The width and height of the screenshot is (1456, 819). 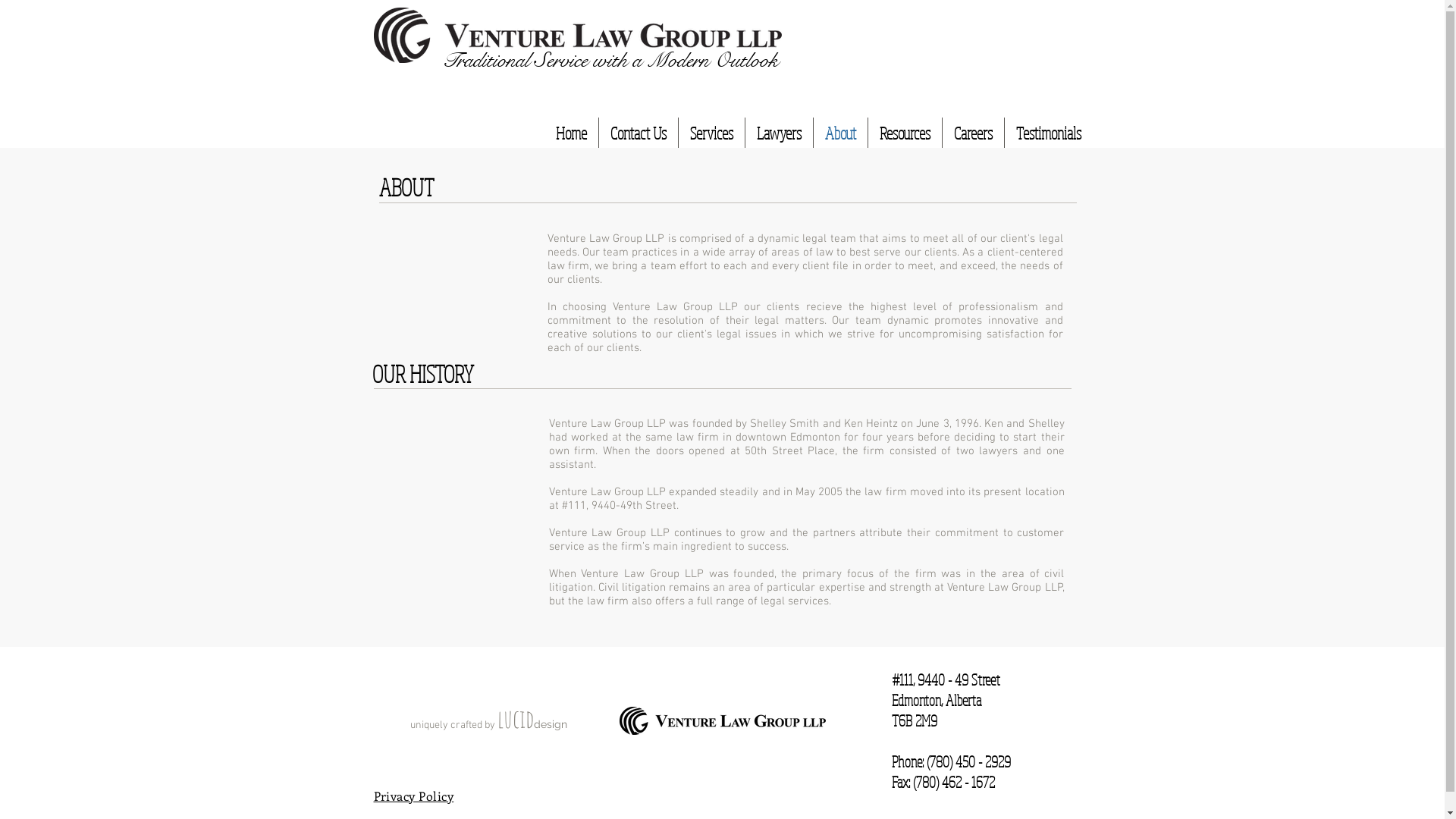 What do you see at coordinates (609, 57) in the screenshot?
I see `'Traditional Service with a Modern Outlook'` at bounding box center [609, 57].